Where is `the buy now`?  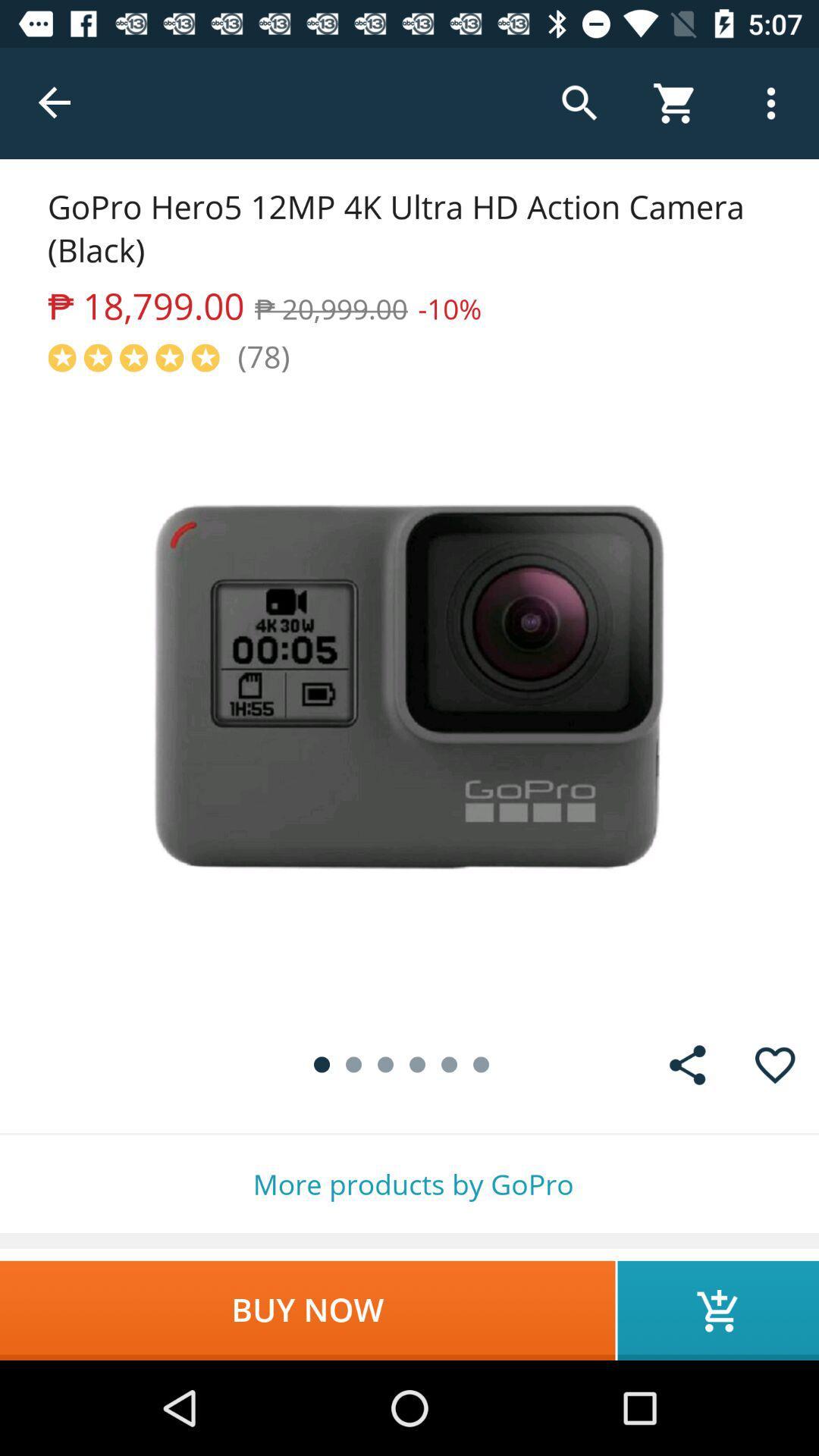
the buy now is located at coordinates (307, 1310).